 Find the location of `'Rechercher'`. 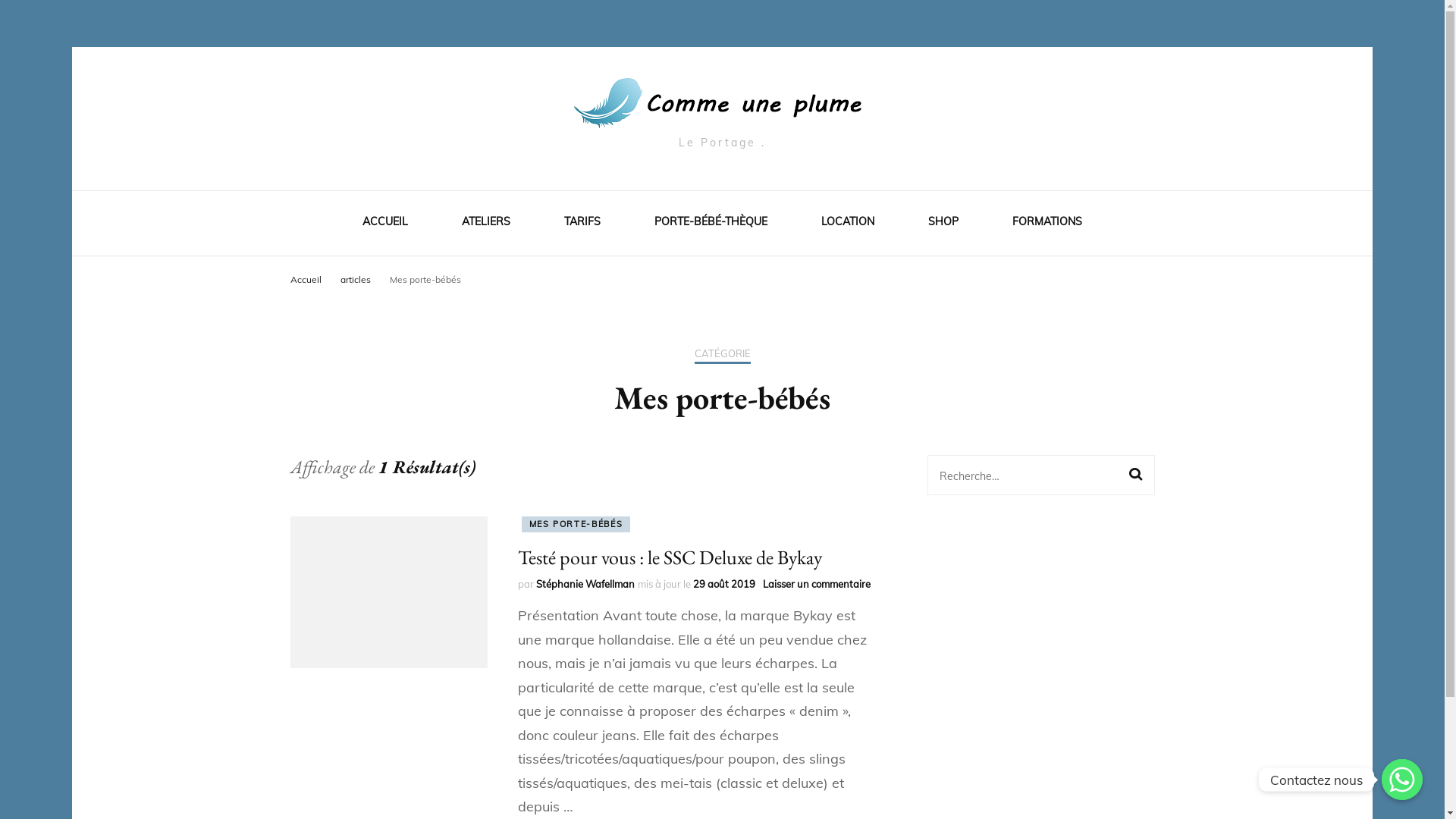

'Rechercher' is located at coordinates (1128, 473).